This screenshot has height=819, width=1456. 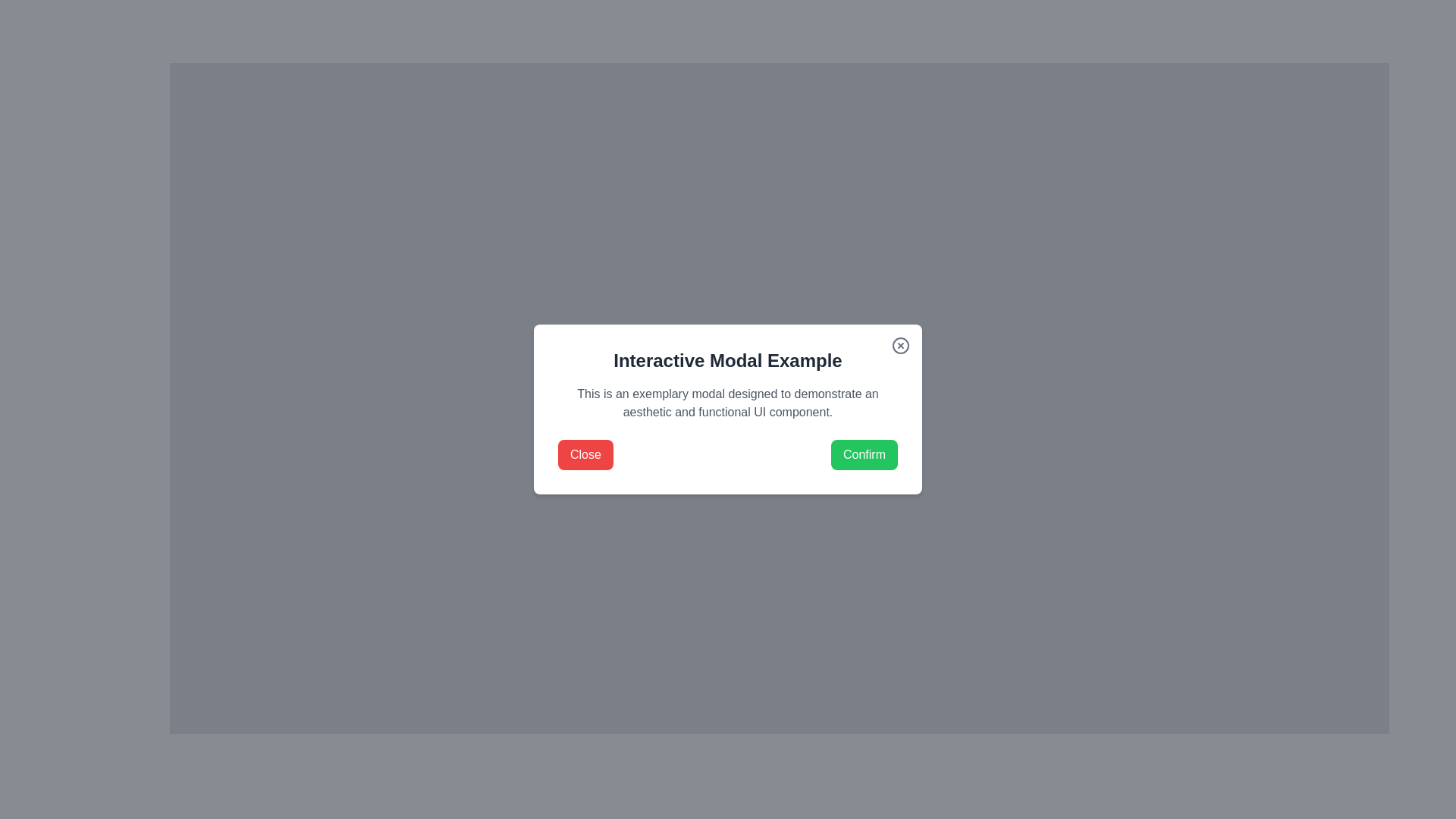 What do you see at coordinates (864, 454) in the screenshot?
I see `the 'Confirm' button with rounded corners, green background, and white text located in the bottom-right corner of the modal box for keyboard interaction` at bounding box center [864, 454].